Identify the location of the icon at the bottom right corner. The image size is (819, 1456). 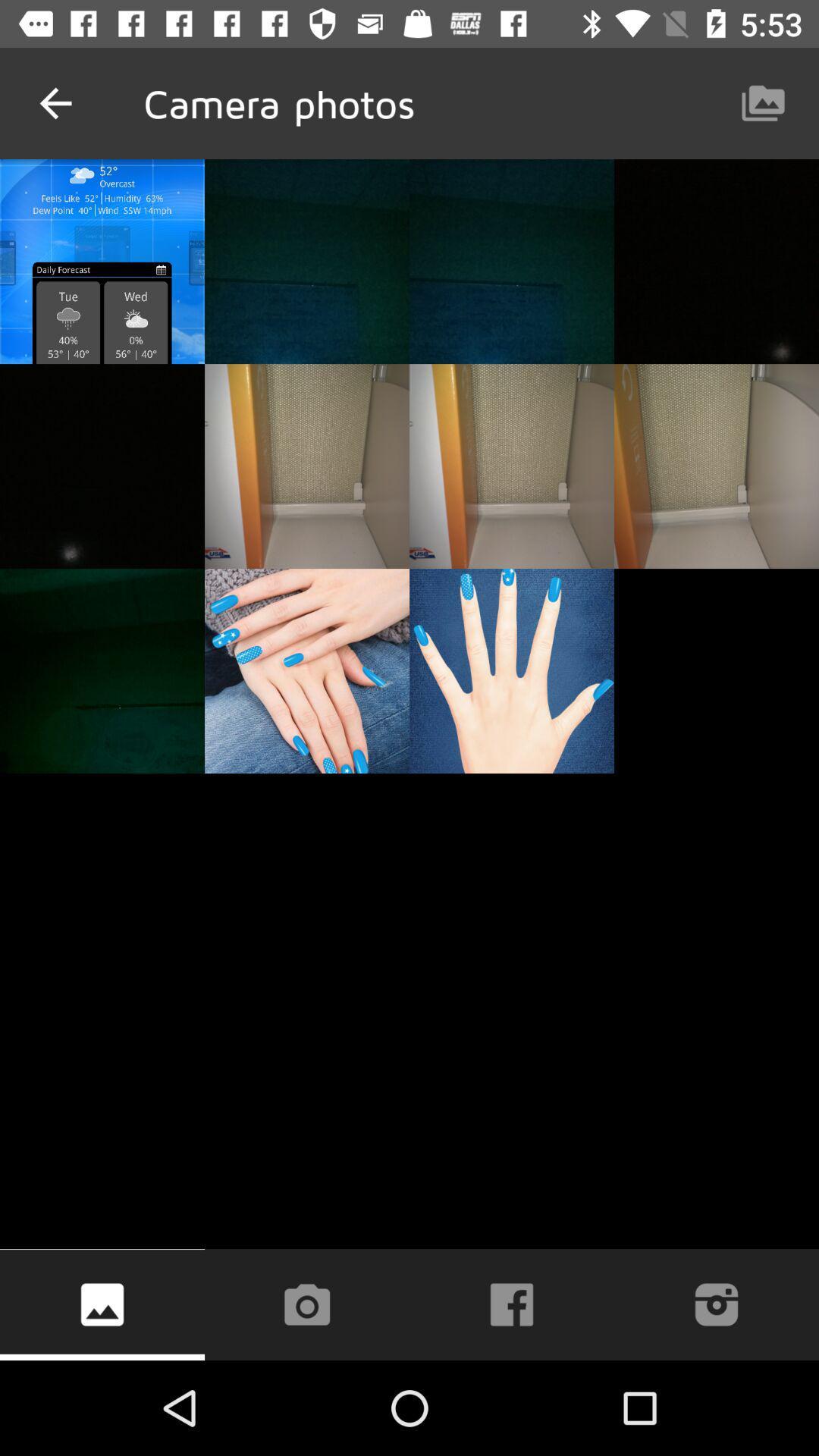
(717, 1304).